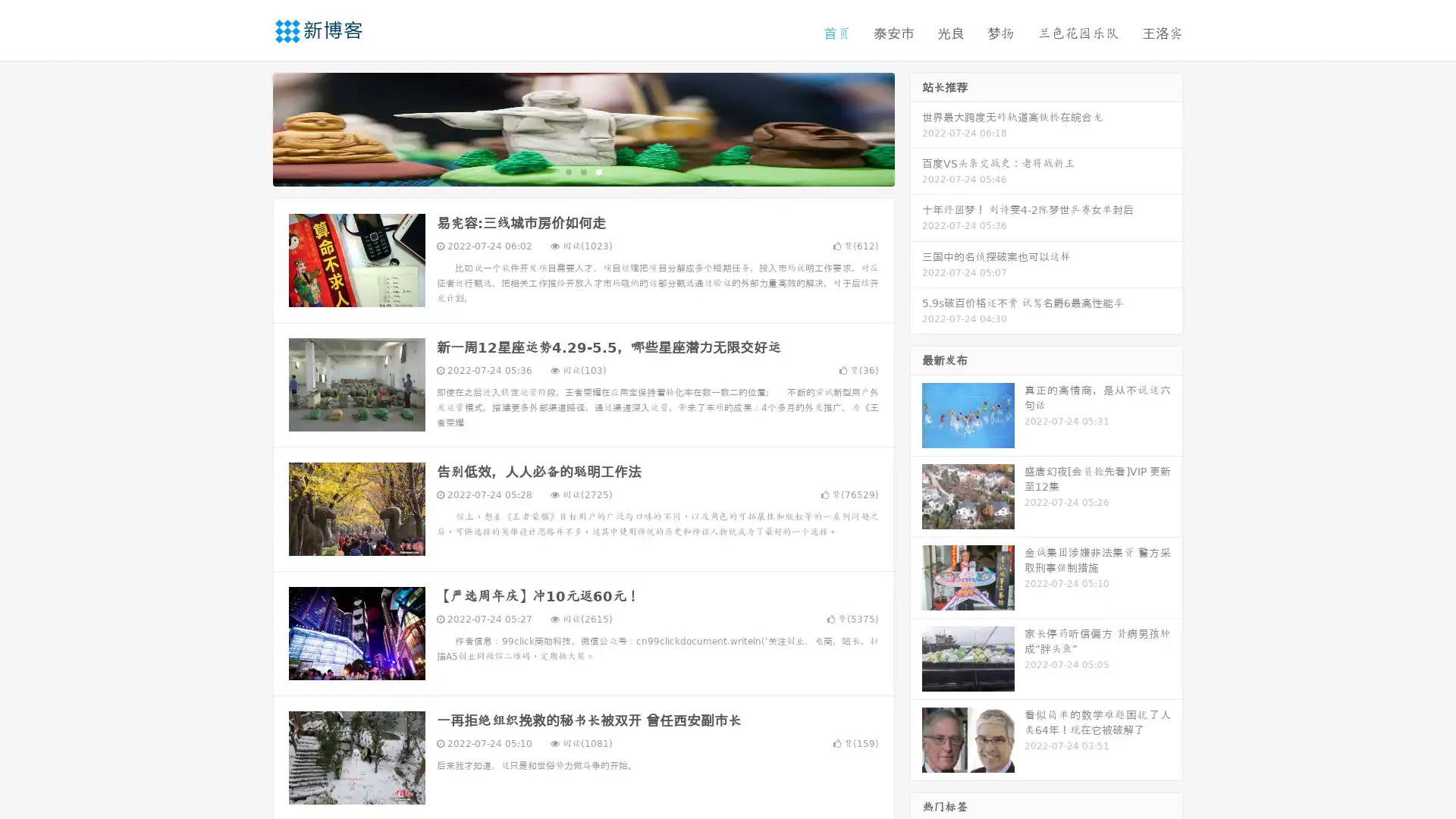  I want to click on Next slide, so click(916, 127).